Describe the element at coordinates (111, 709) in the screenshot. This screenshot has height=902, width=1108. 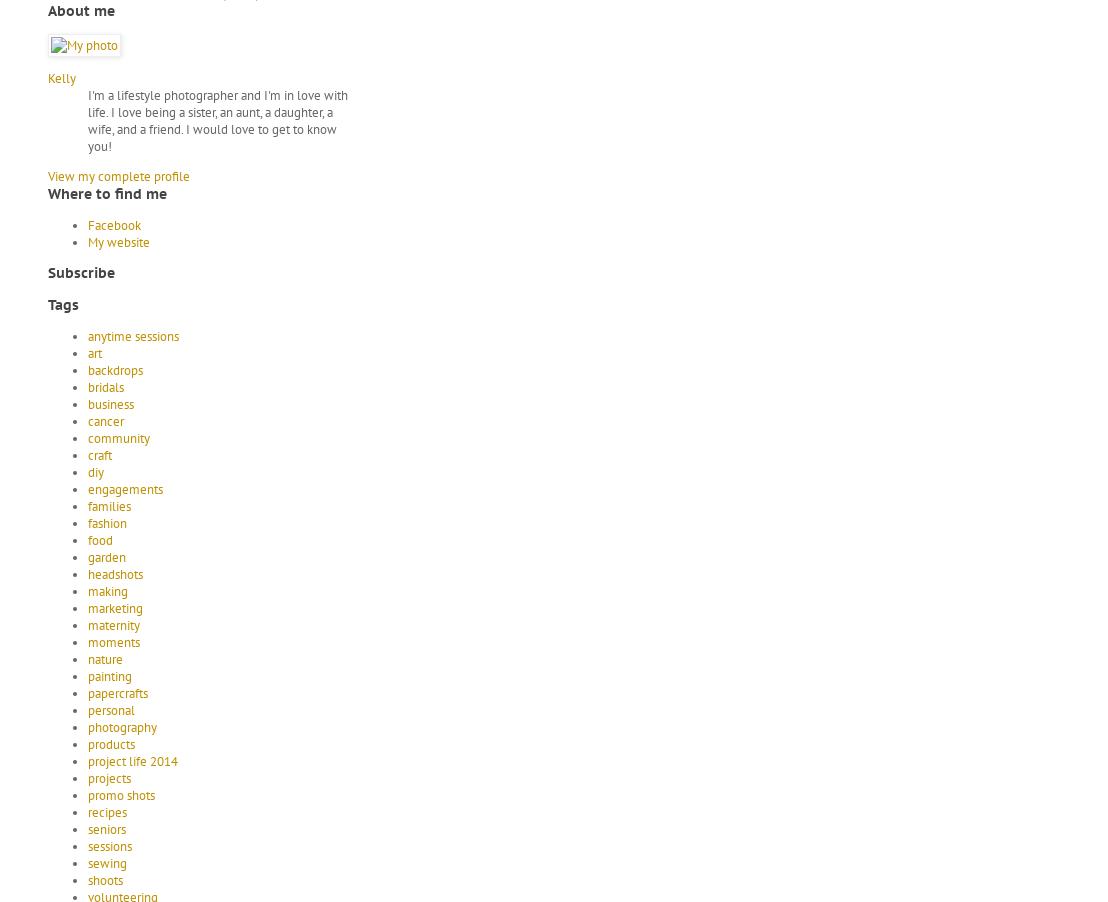
I see `'personal'` at that location.